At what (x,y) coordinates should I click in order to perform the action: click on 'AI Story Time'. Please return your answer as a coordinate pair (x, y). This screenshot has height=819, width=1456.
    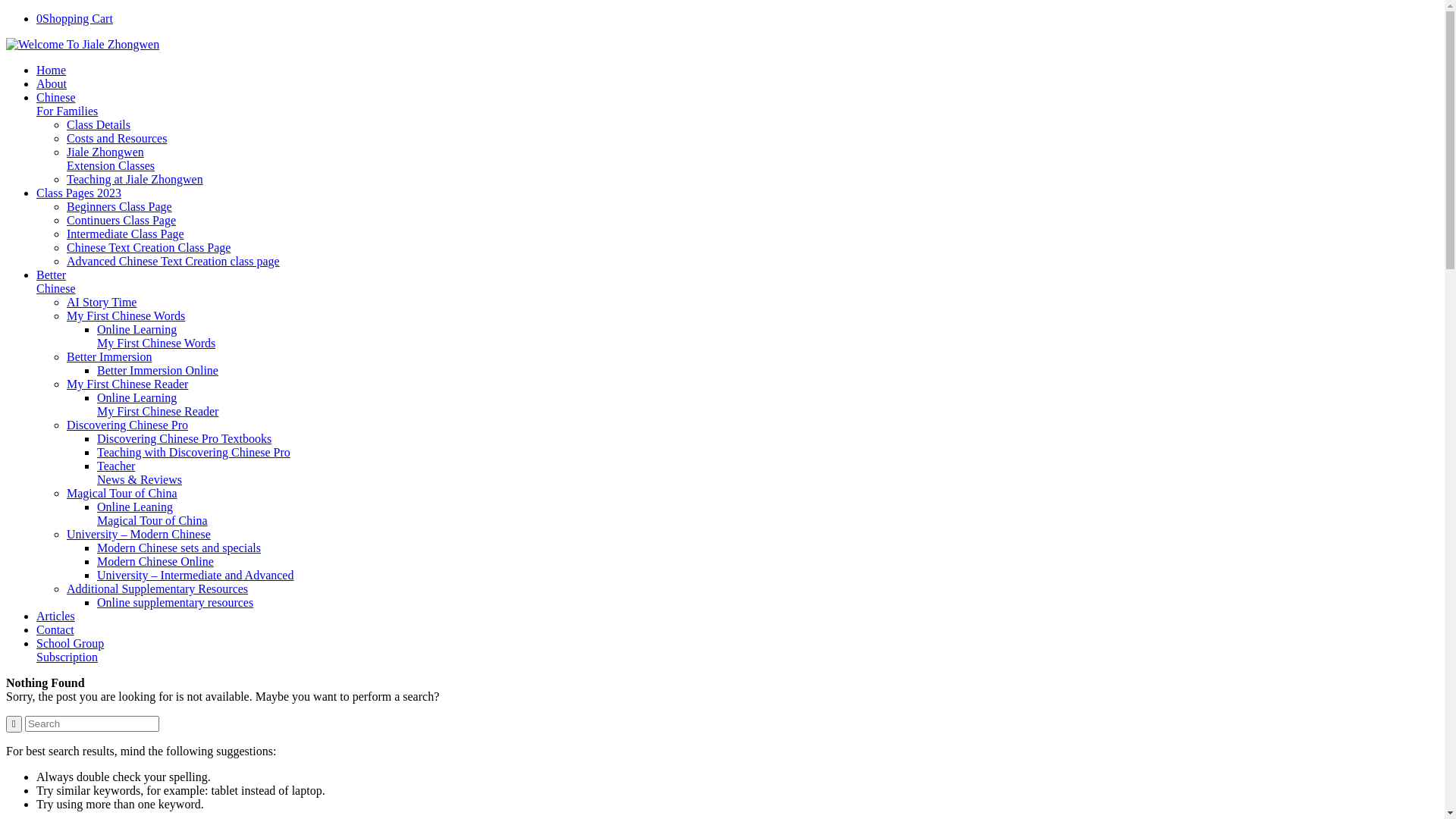
    Looking at the image, I should click on (101, 302).